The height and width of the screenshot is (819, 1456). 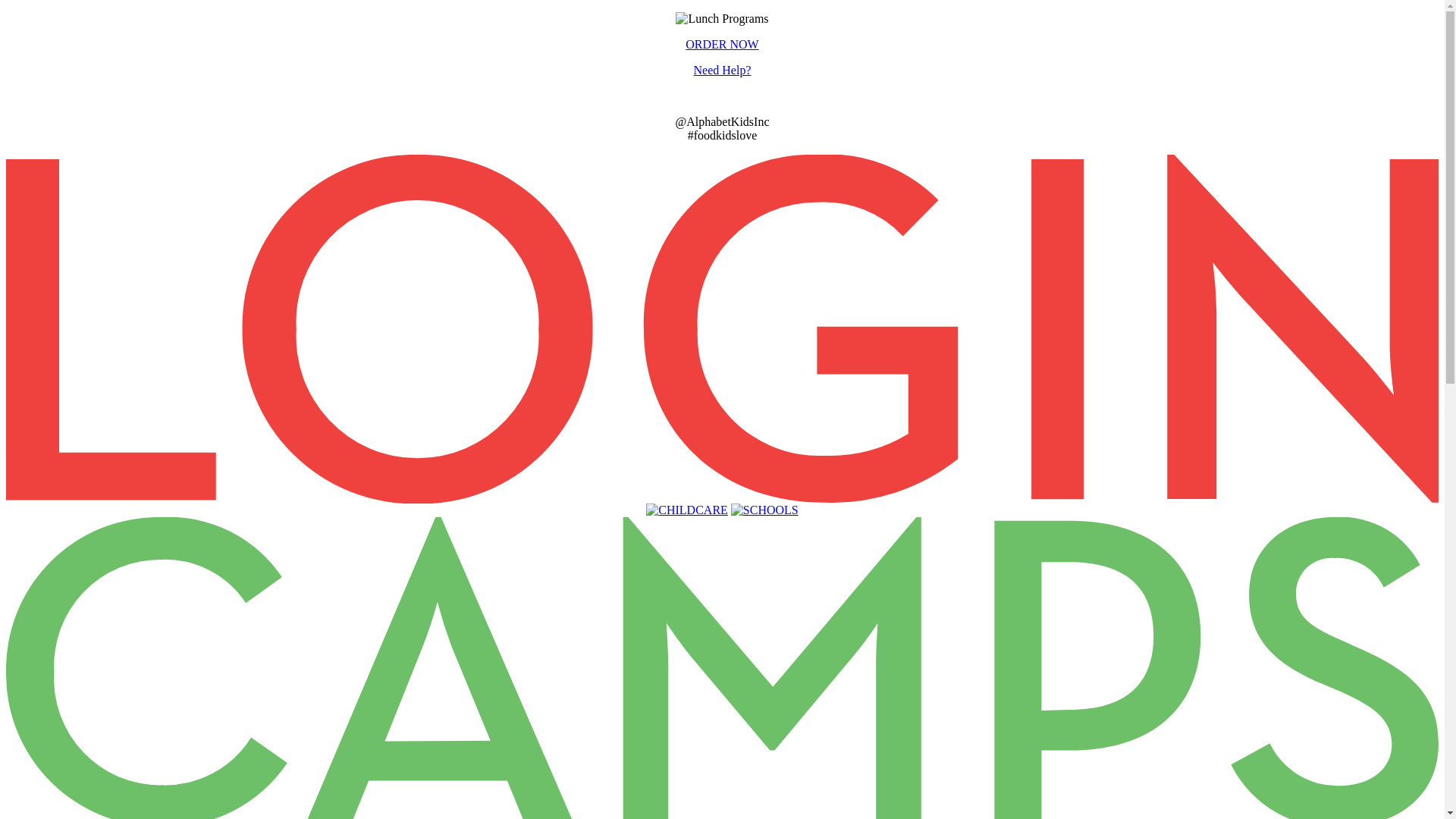 I want to click on 'ORDER NOW', so click(x=720, y=43).